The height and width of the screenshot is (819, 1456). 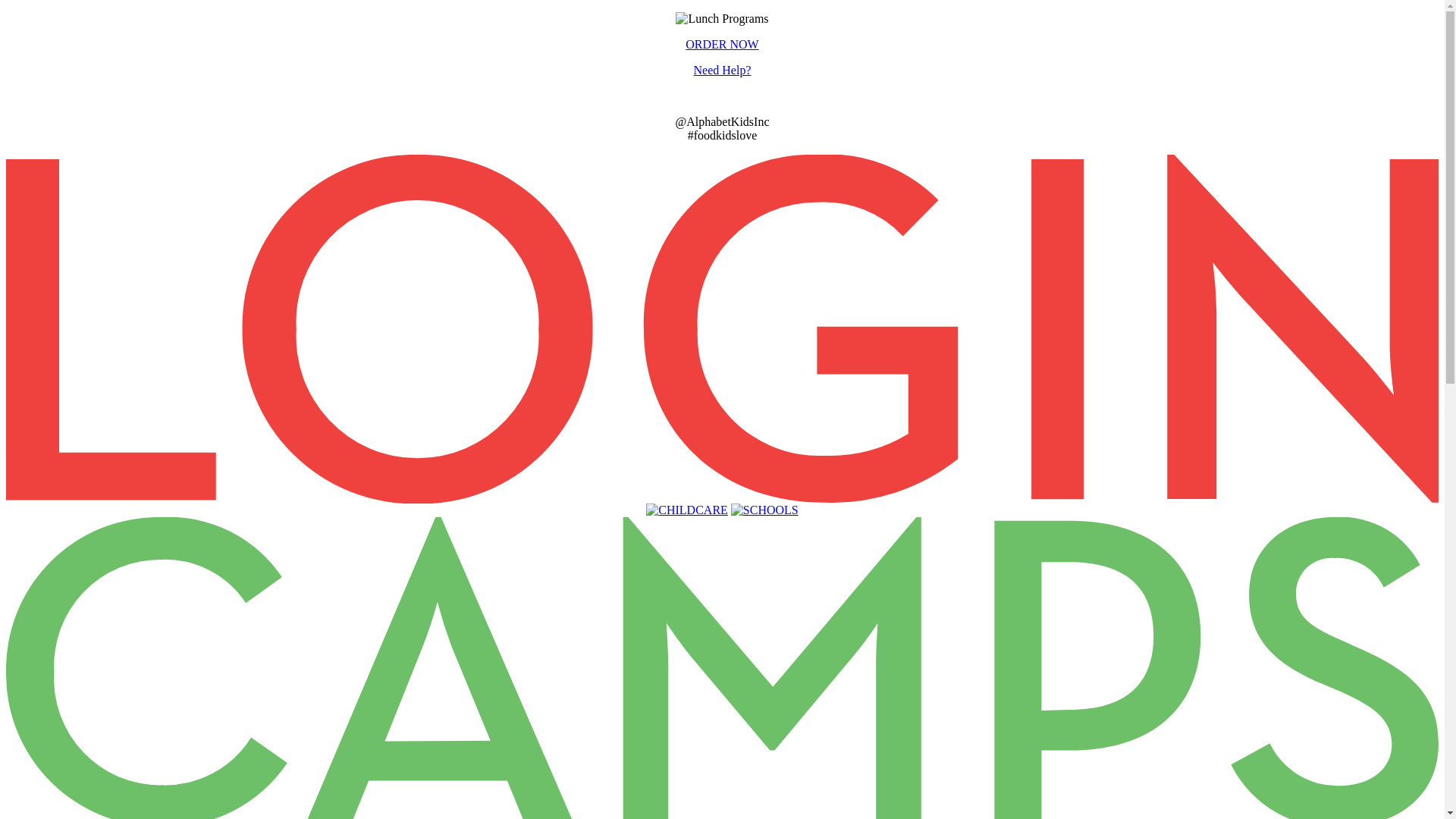 I want to click on 'ORDER NOW', so click(x=720, y=43).